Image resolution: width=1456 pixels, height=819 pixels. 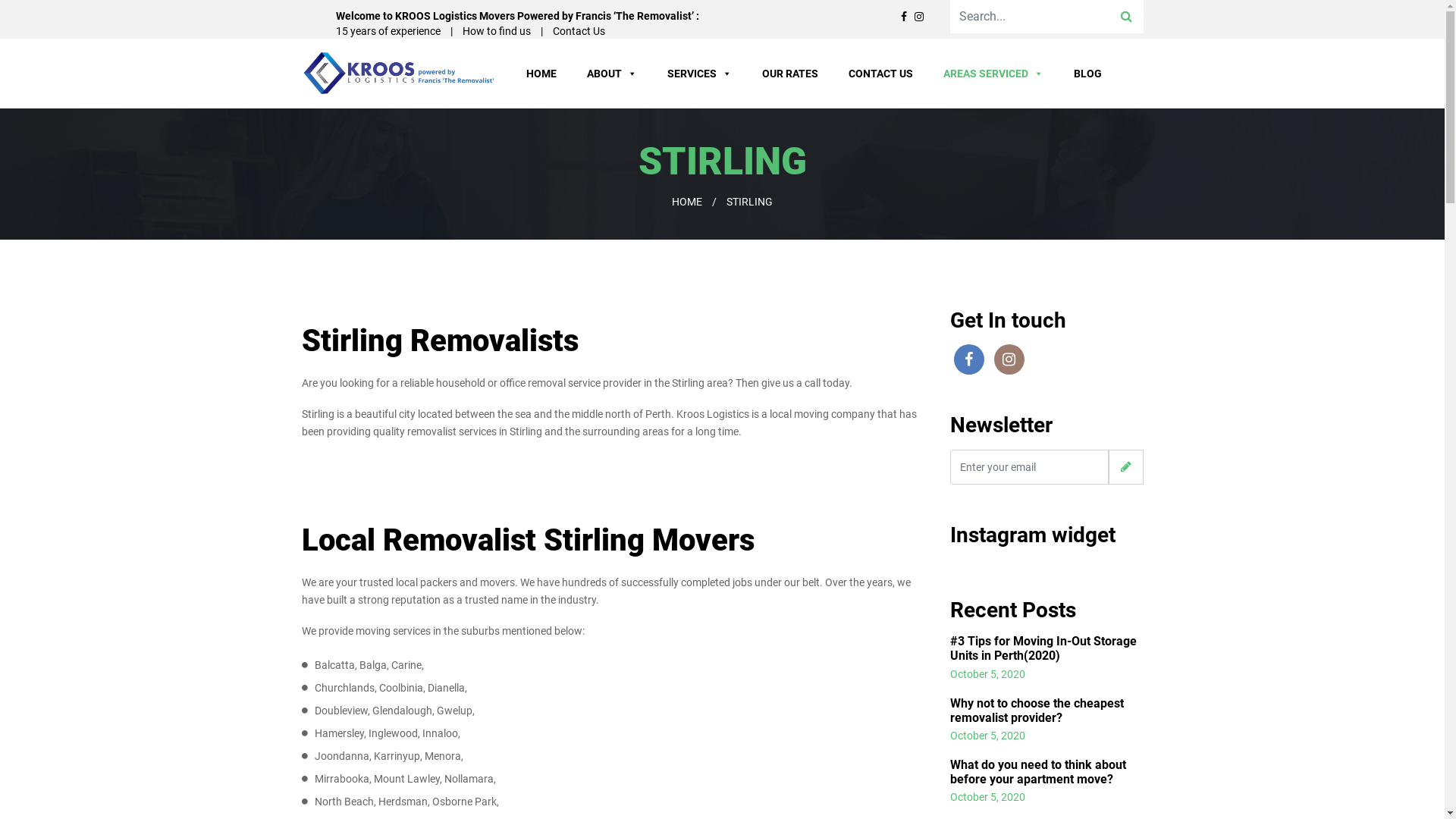 What do you see at coordinates (880, 73) in the screenshot?
I see `'CONTACT US'` at bounding box center [880, 73].